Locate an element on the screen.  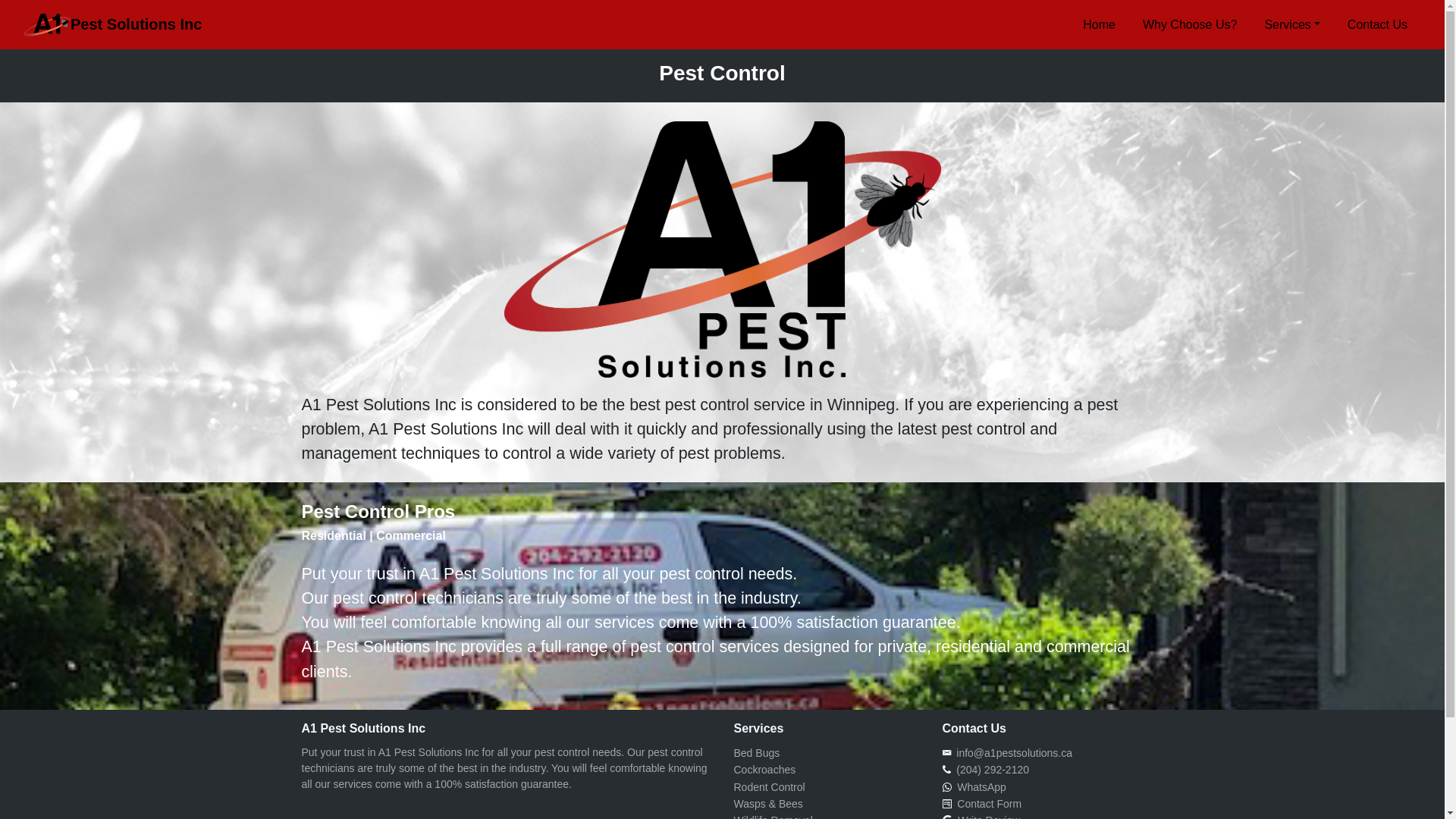
'Contact Us' is located at coordinates (1377, 24).